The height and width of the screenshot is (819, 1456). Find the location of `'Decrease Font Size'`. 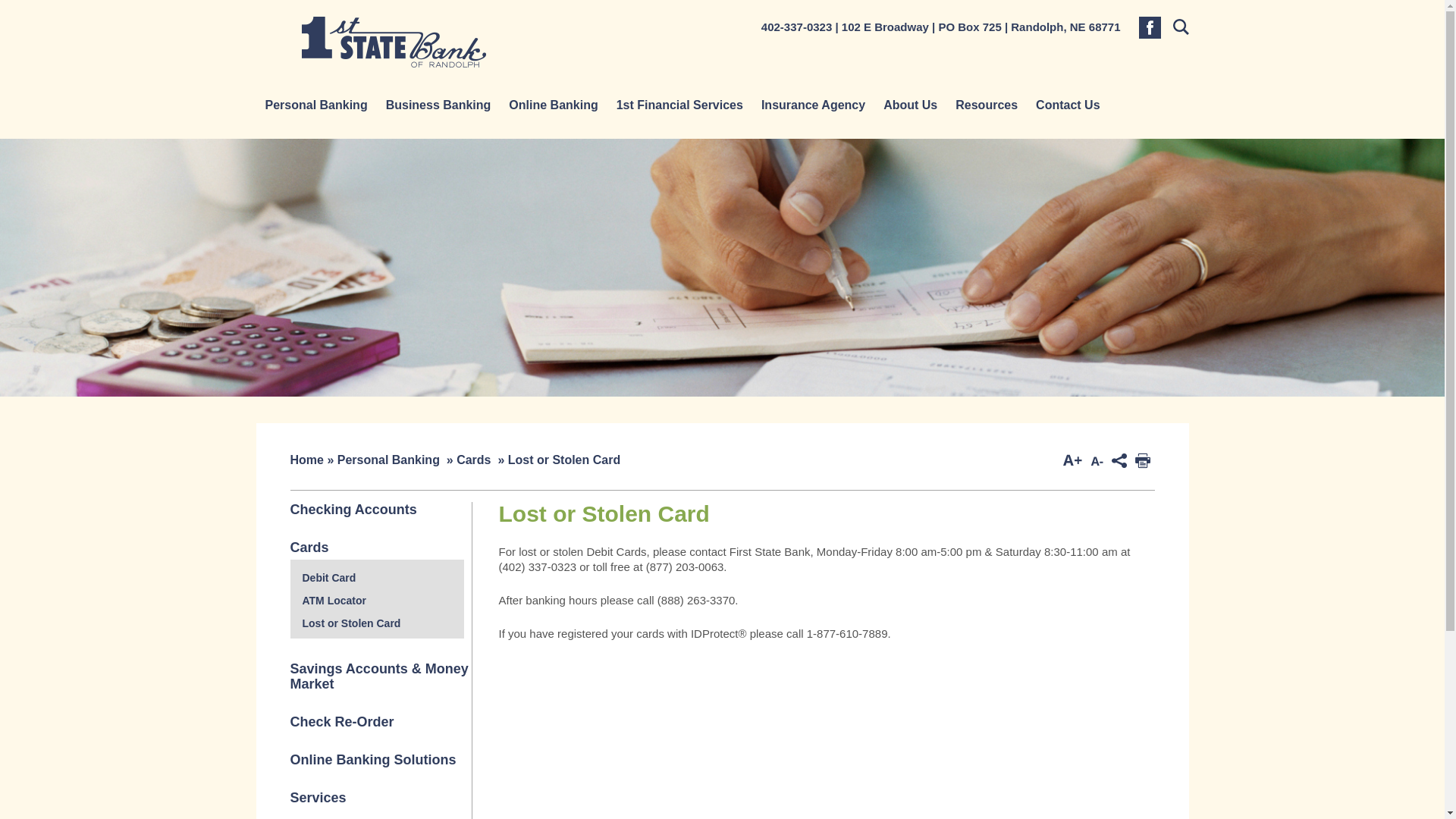

'Decrease Font Size' is located at coordinates (1097, 460).